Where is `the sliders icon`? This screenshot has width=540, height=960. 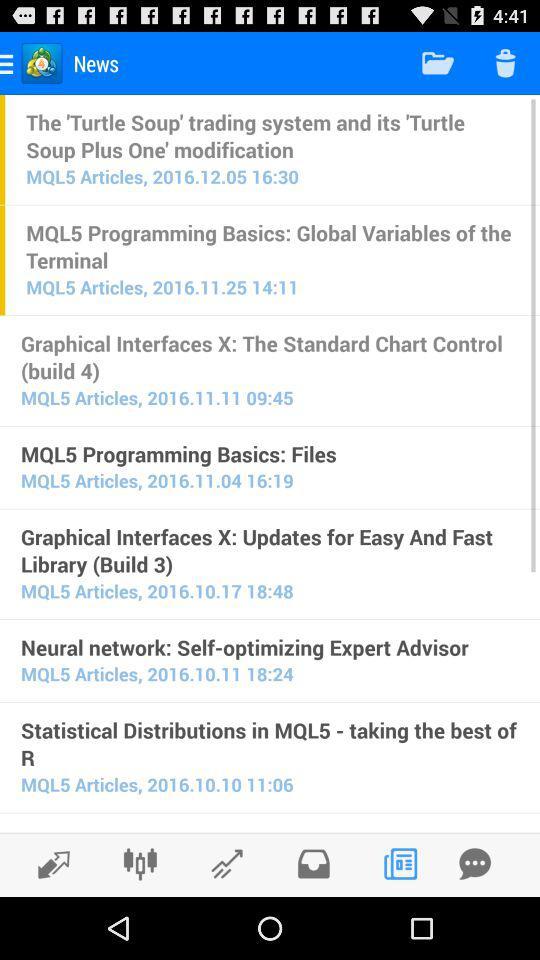 the sliders icon is located at coordinates (139, 924).